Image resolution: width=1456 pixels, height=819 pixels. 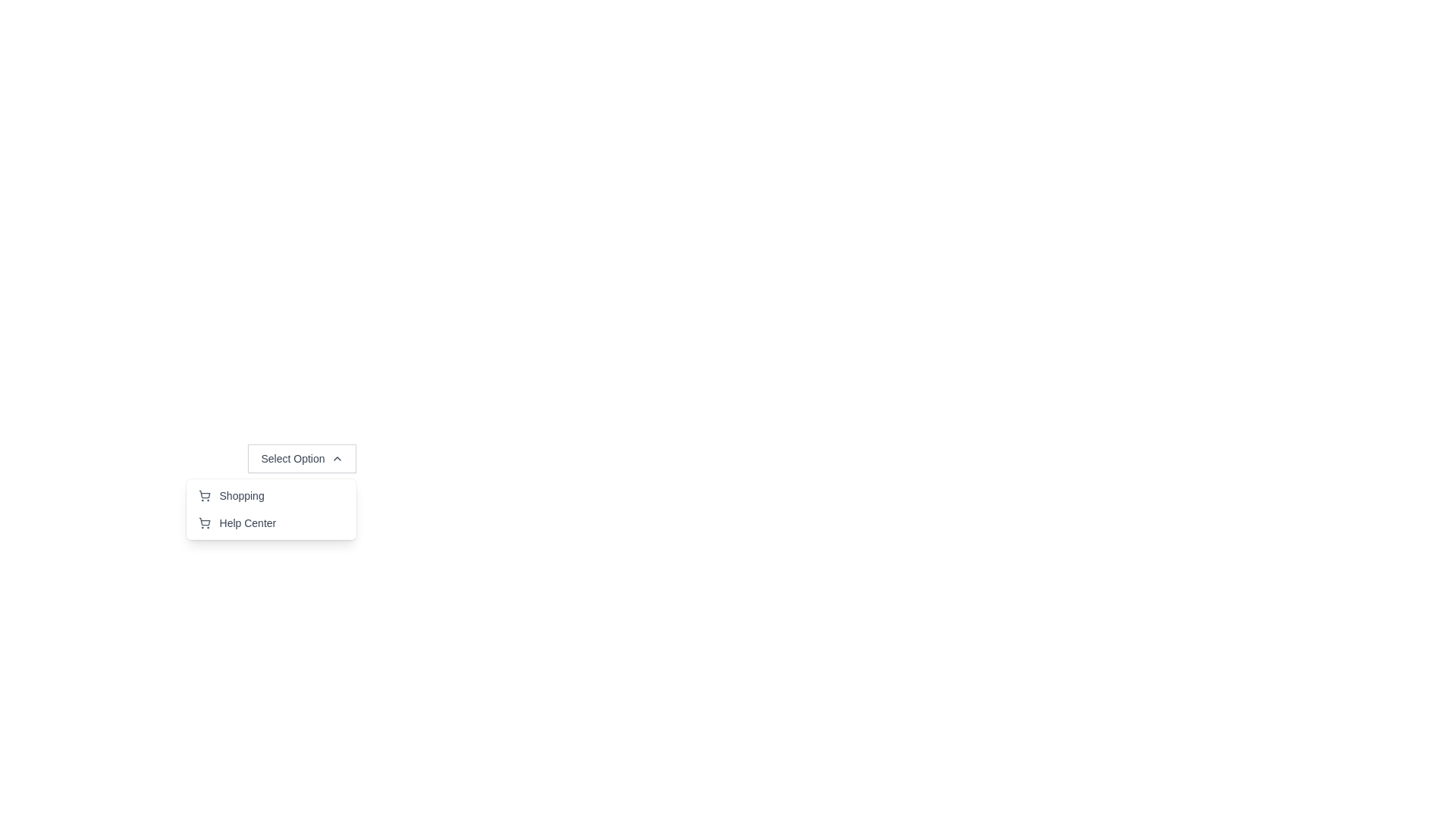 I want to click on the 'Help Center' button, which is styled with gray text and features a cart icon on the left, to trigger the background color change, so click(x=236, y=522).